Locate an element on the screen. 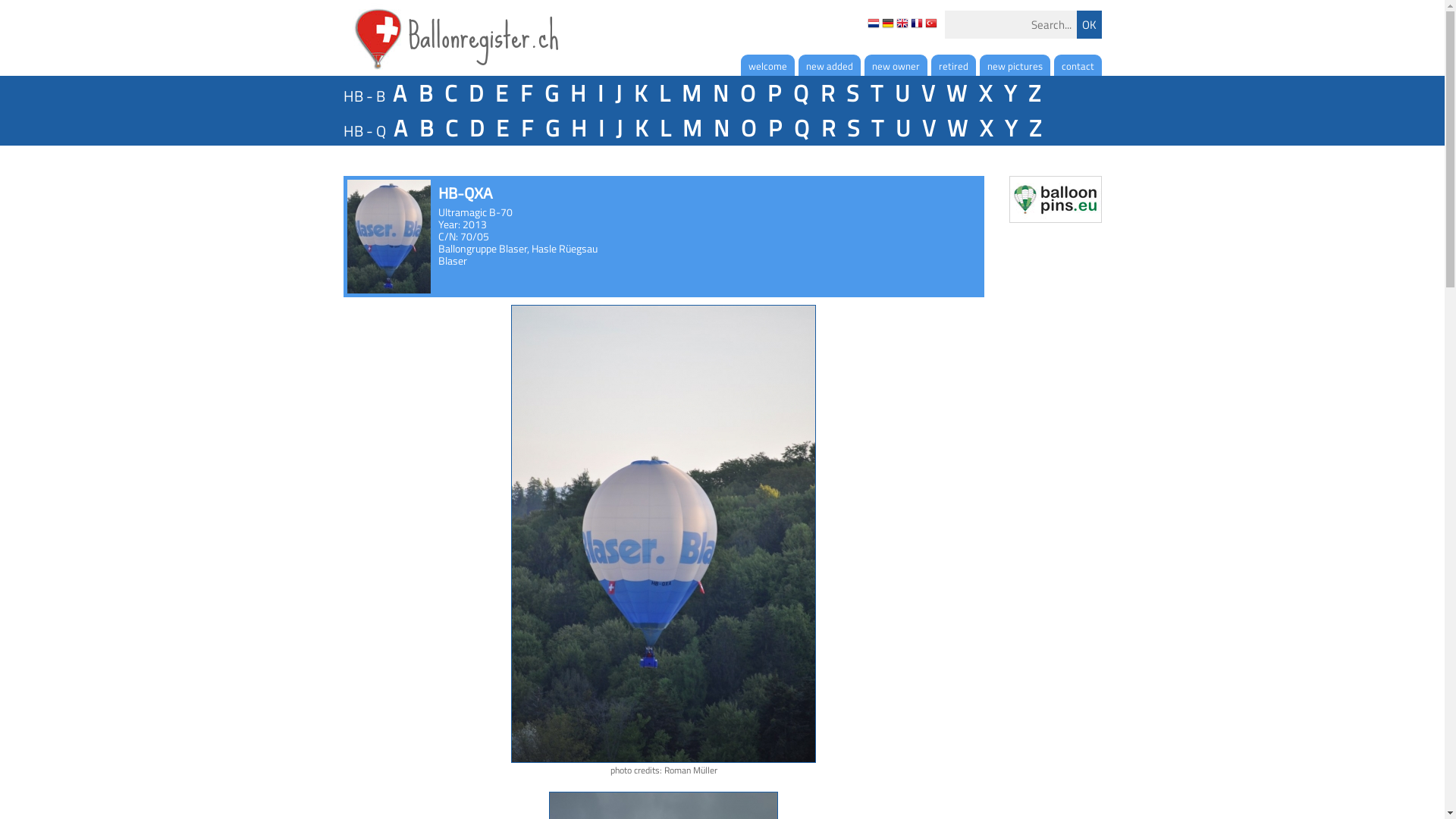 The image size is (1456, 819). 'N' is located at coordinates (720, 127).